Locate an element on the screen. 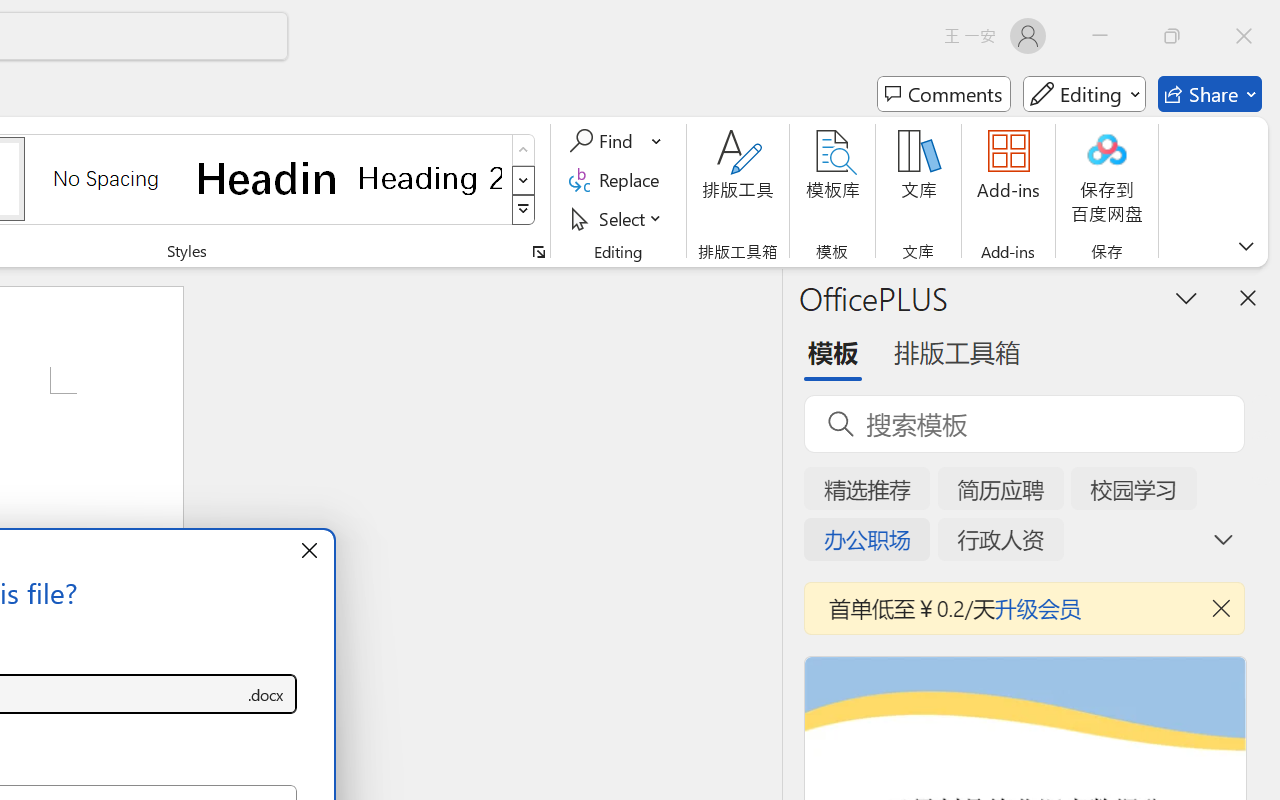 The image size is (1280, 800). 'Replace...' is located at coordinates (616, 179).